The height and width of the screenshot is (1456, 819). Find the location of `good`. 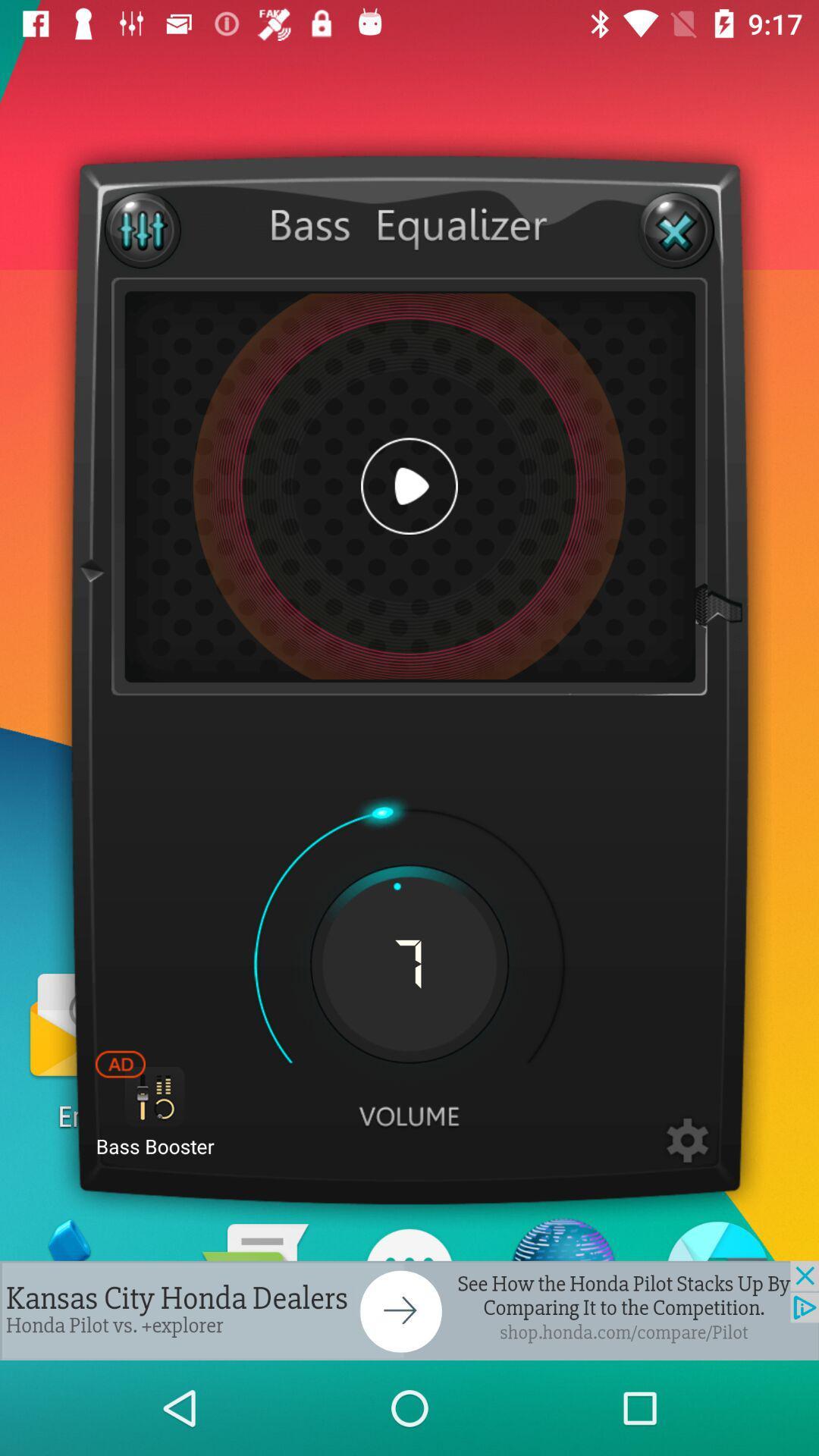

good is located at coordinates (687, 1141).